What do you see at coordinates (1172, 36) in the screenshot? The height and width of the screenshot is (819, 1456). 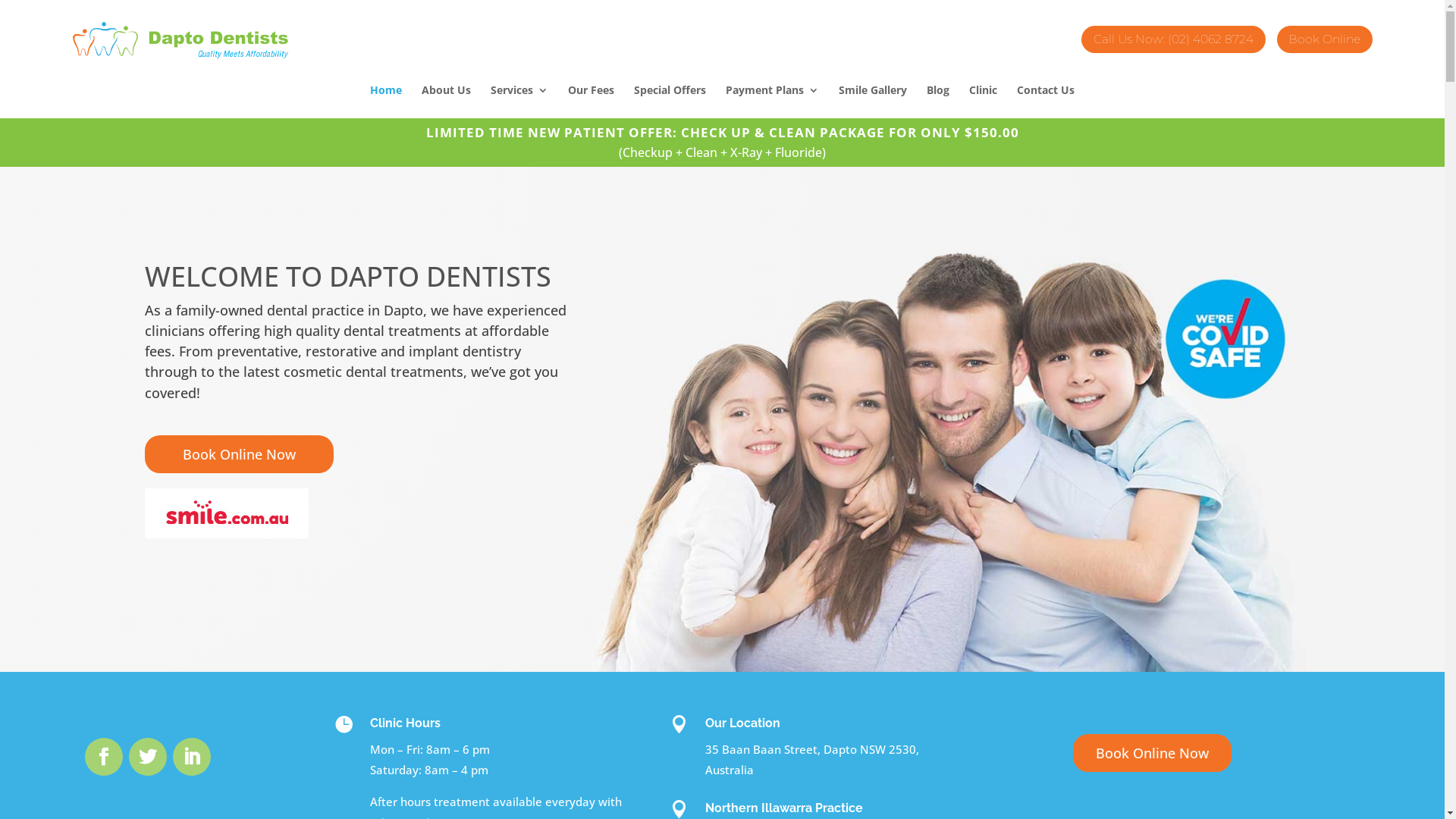 I see `'Call Us Now: (02) 4062 8724'` at bounding box center [1172, 36].